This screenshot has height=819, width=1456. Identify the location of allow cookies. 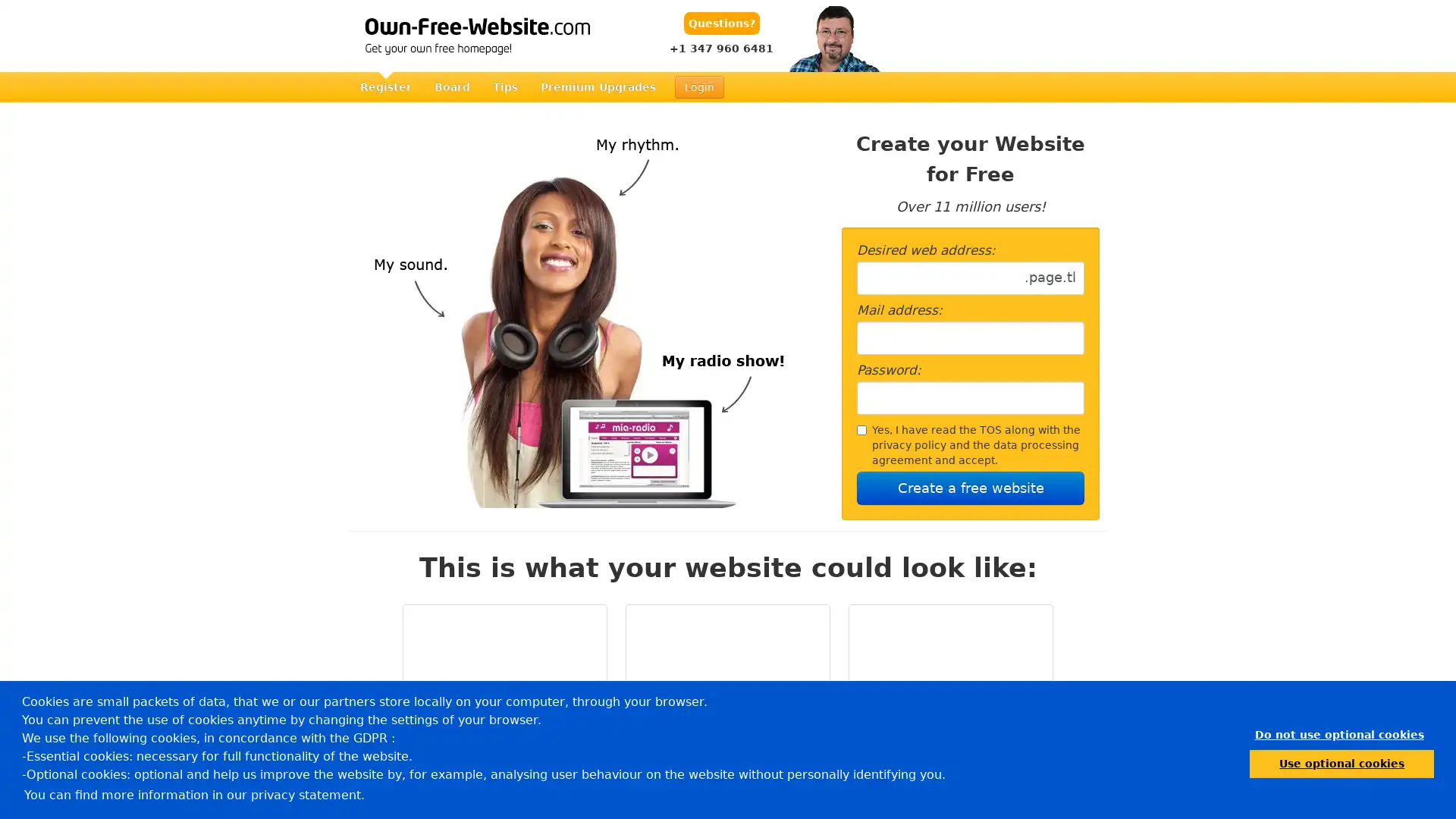
(1341, 763).